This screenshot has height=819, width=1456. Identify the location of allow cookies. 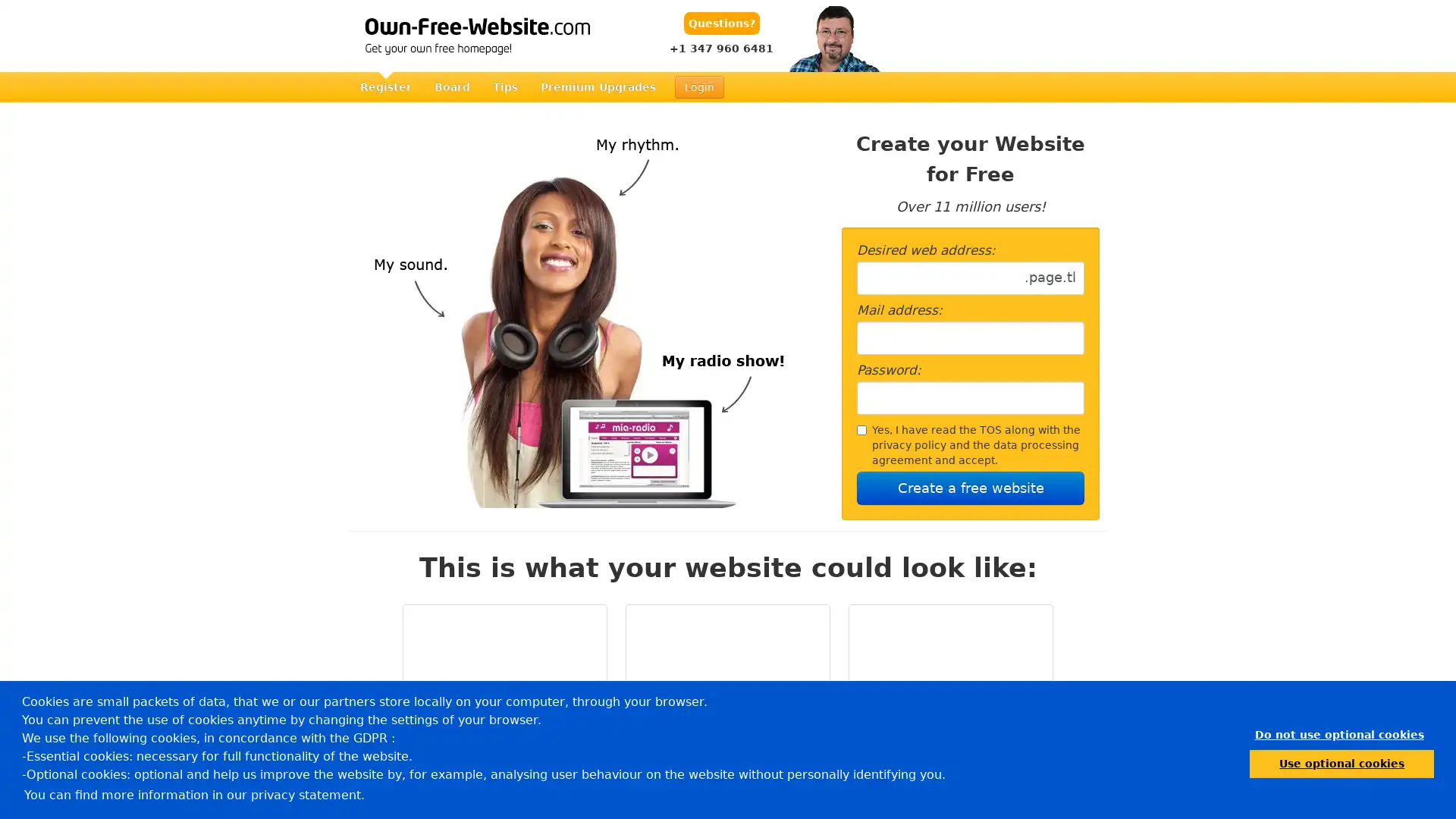
(1341, 763).